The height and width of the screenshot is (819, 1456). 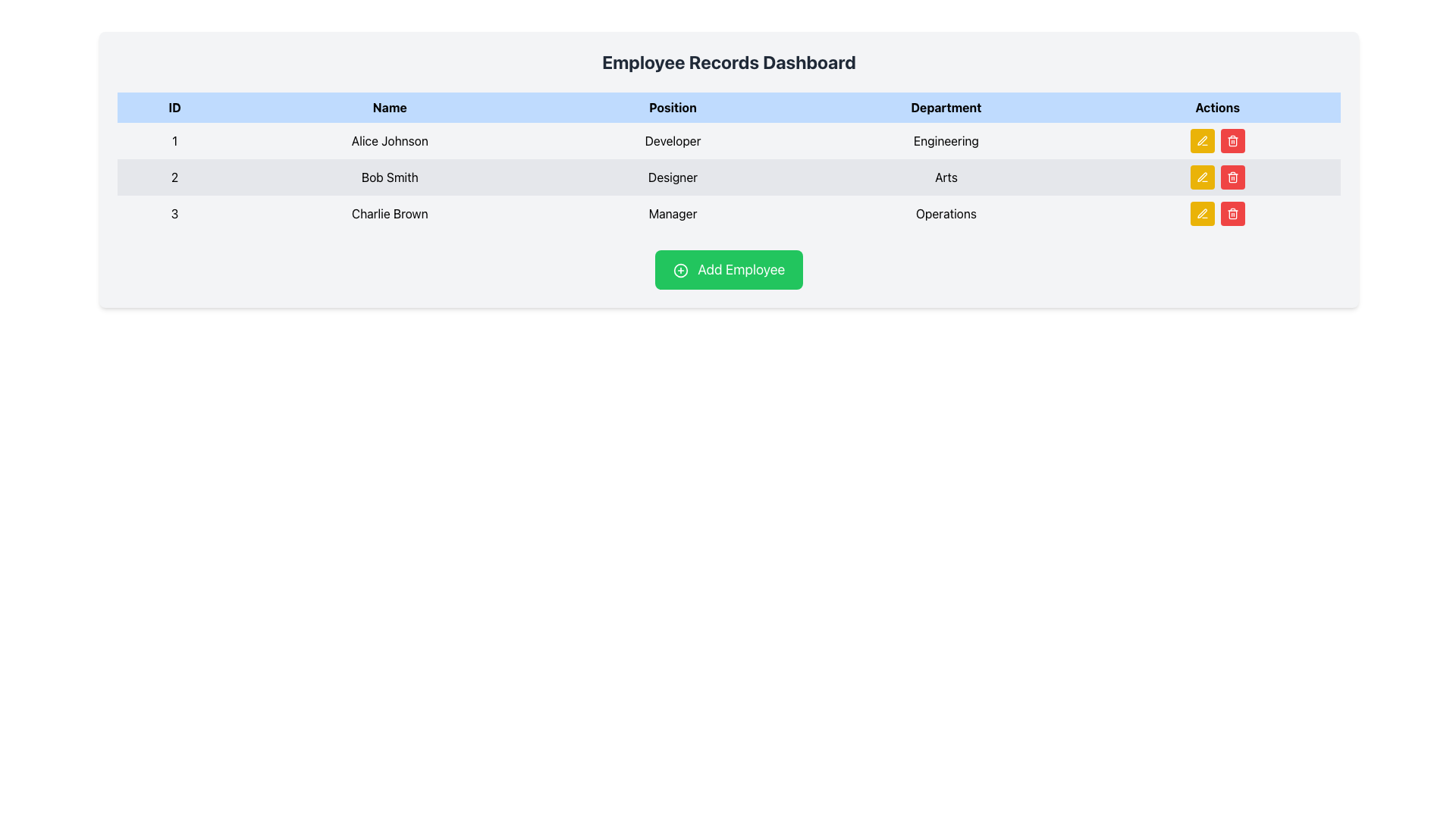 What do you see at coordinates (672, 107) in the screenshot?
I see `the centered text label displaying 'Position' in bold black text, which is part of the table header row for 'Employee Records Dashboard'` at bounding box center [672, 107].